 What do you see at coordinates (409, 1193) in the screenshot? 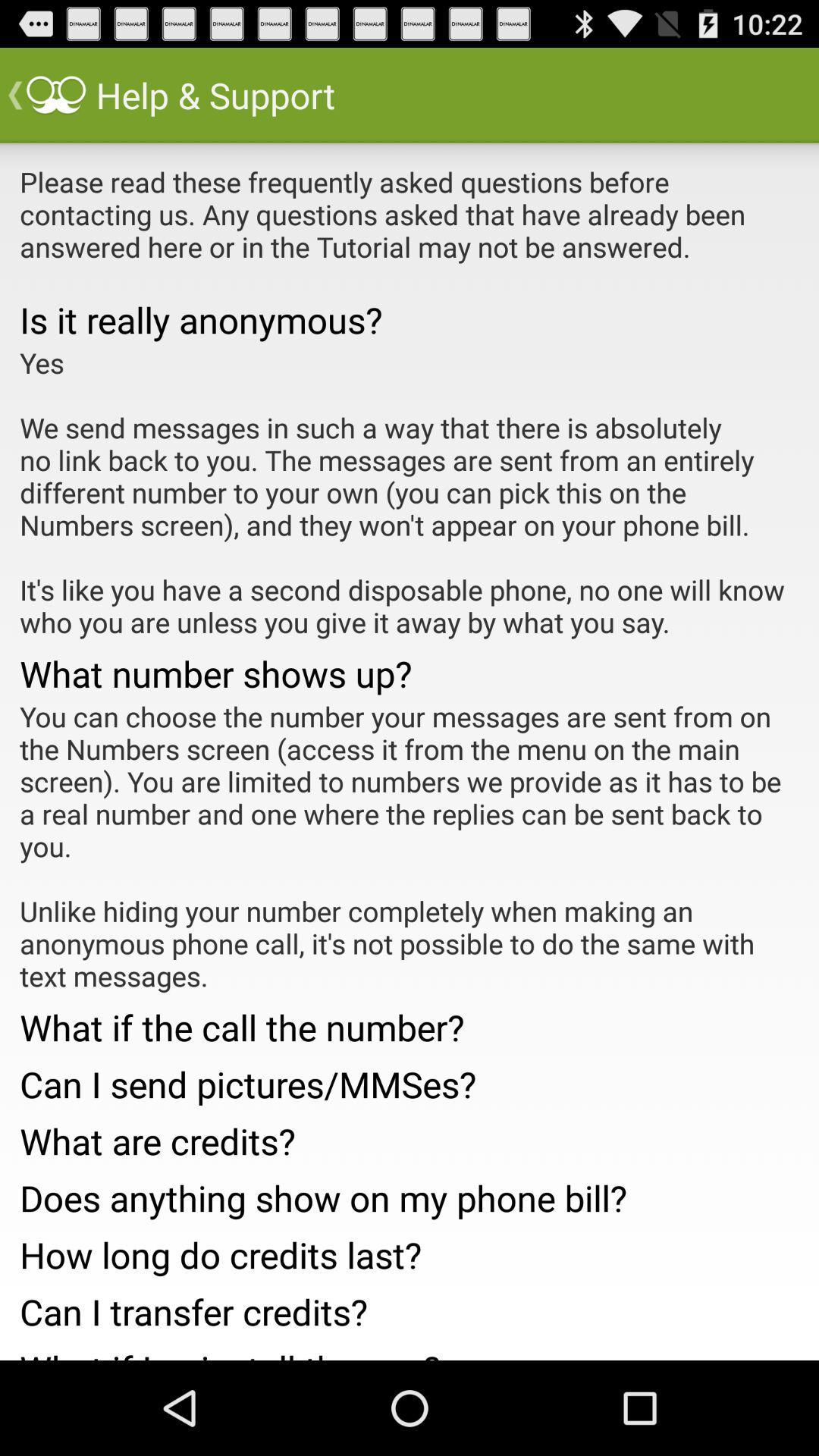
I see `the item above the how long do` at bounding box center [409, 1193].